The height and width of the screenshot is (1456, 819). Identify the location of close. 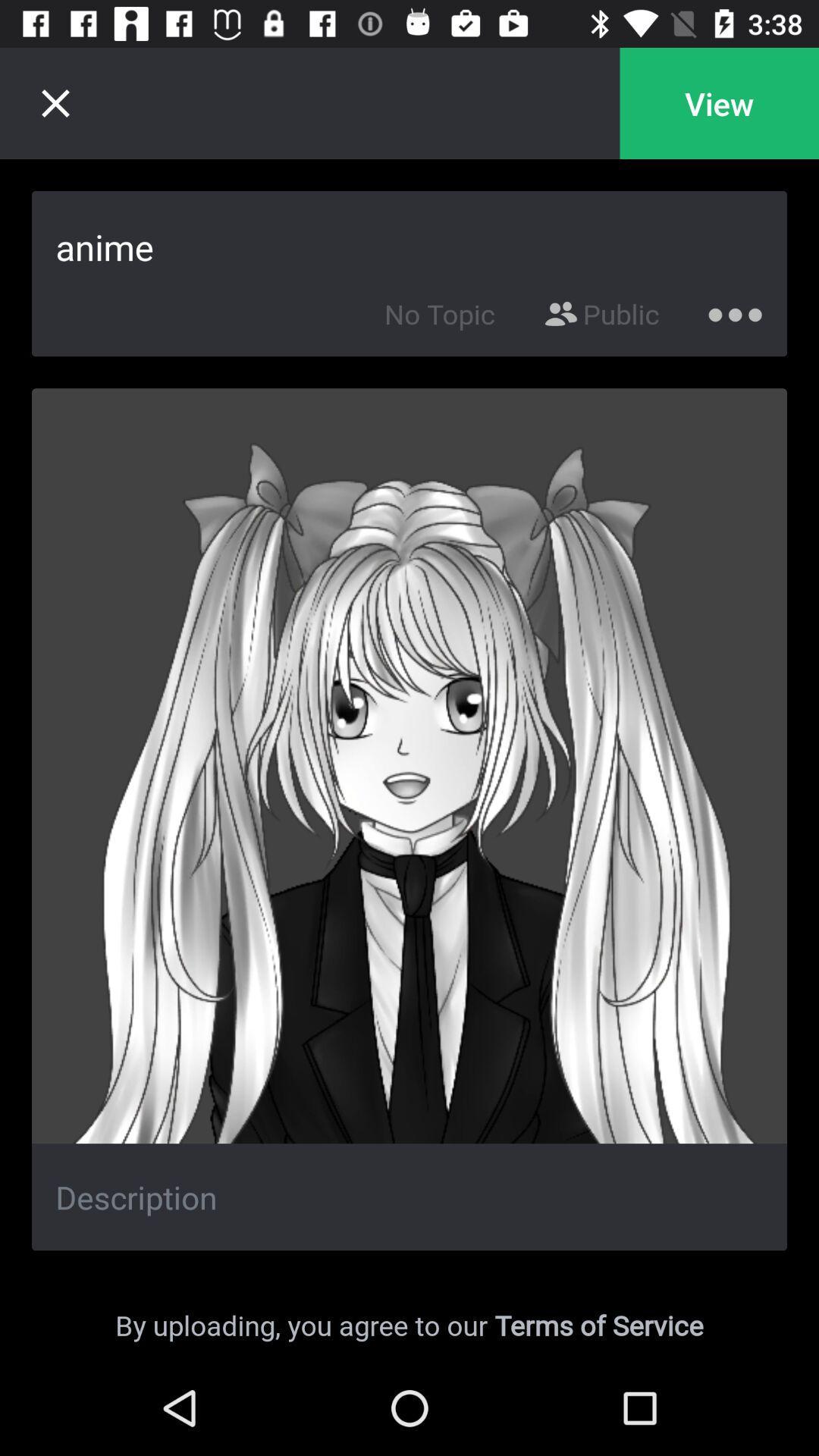
(55, 102).